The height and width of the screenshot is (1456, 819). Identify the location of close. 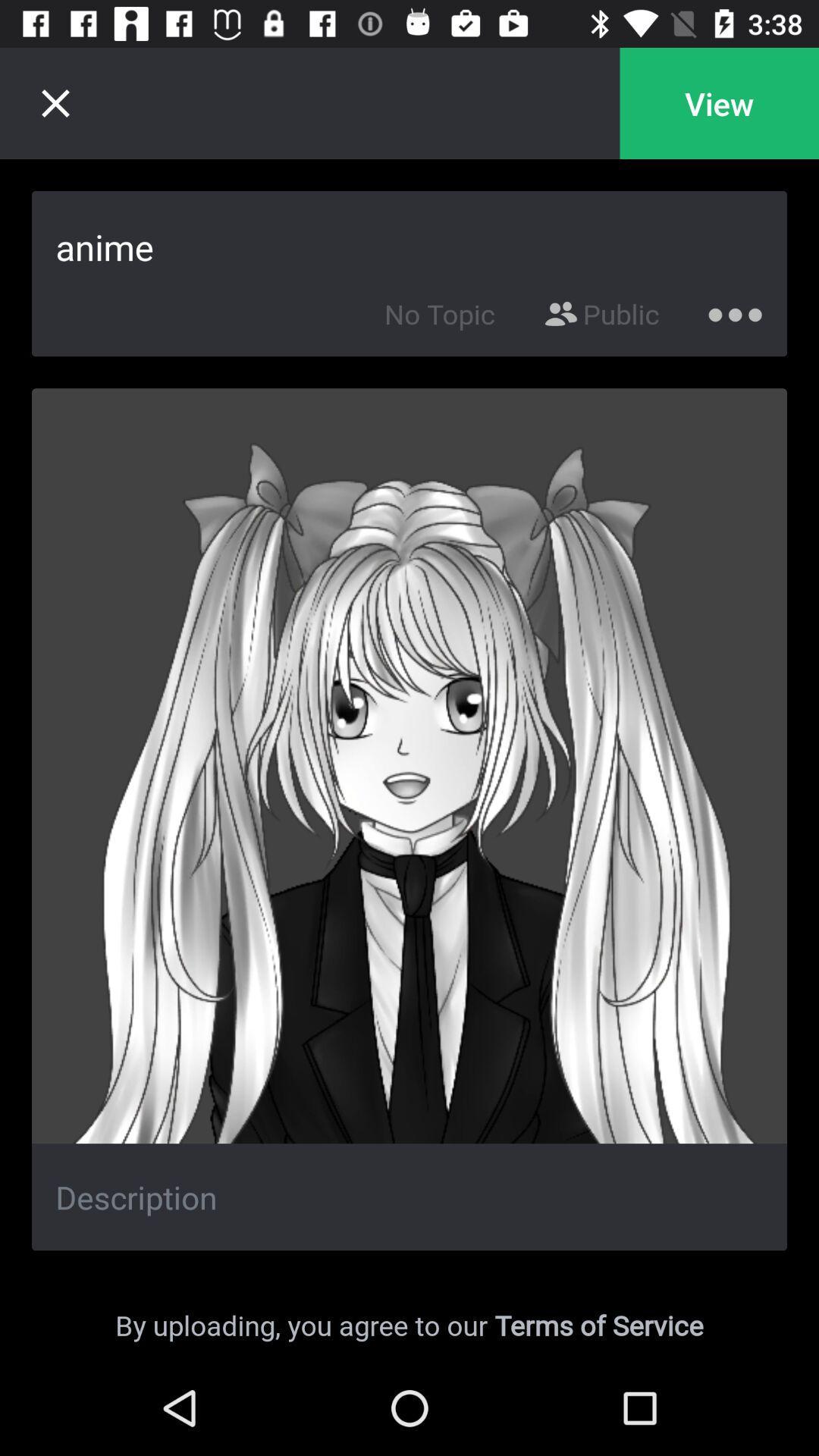
(55, 102).